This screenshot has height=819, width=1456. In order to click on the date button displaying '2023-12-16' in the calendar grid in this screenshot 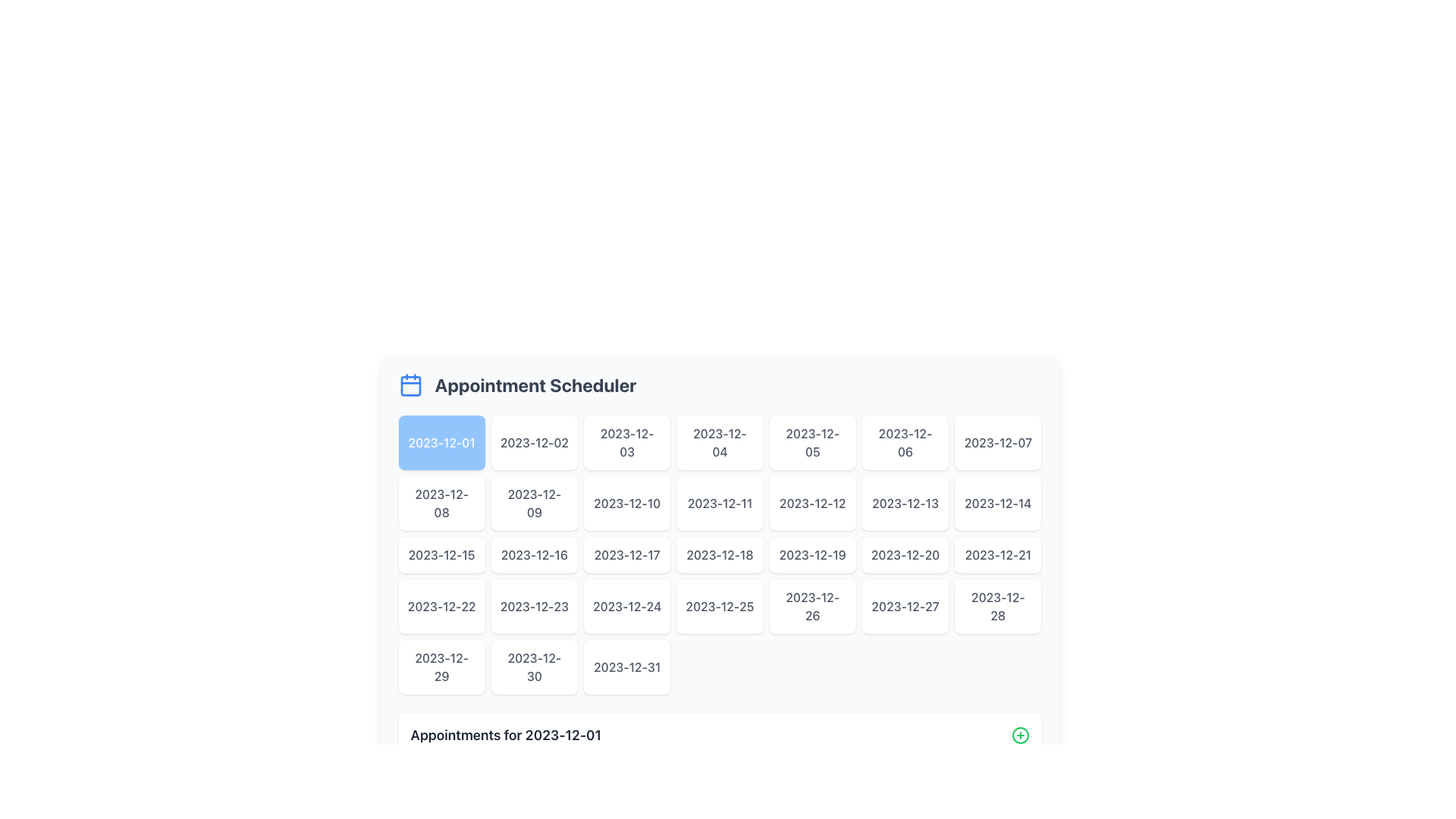, I will do `click(534, 555)`.